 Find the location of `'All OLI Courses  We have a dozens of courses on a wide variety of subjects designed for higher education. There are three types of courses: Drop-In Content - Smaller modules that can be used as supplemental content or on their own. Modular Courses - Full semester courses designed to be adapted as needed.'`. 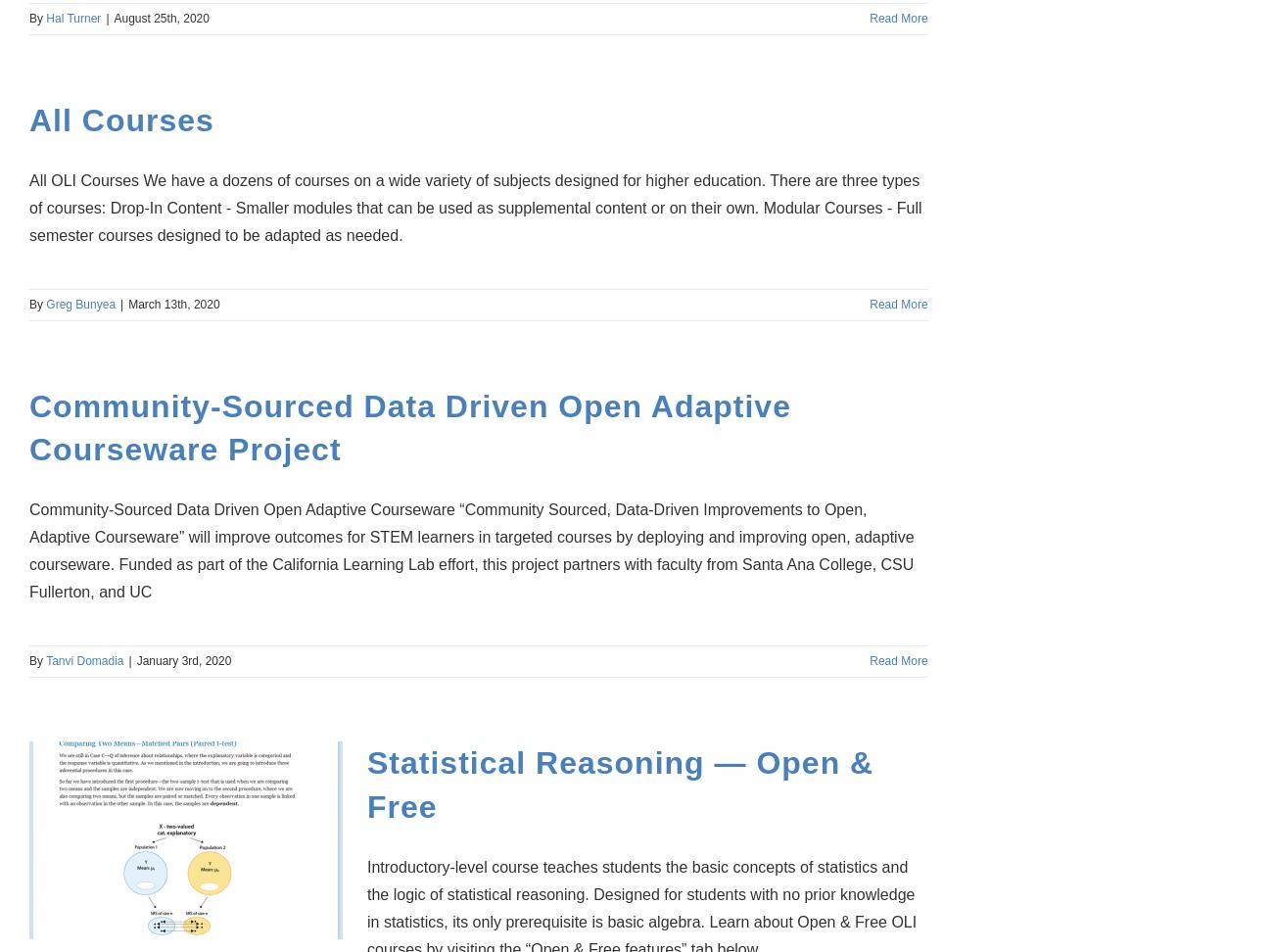

'All OLI Courses  We have a dozens of courses on a wide variety of subjects designed for higher education. There are three types of courses: Drop-In Content - Smaller modules that can be used as supplemental content or on their own. Modular Courses - Full semester courses designed to be adapted as needed.' is located at coordinates (28, 206).